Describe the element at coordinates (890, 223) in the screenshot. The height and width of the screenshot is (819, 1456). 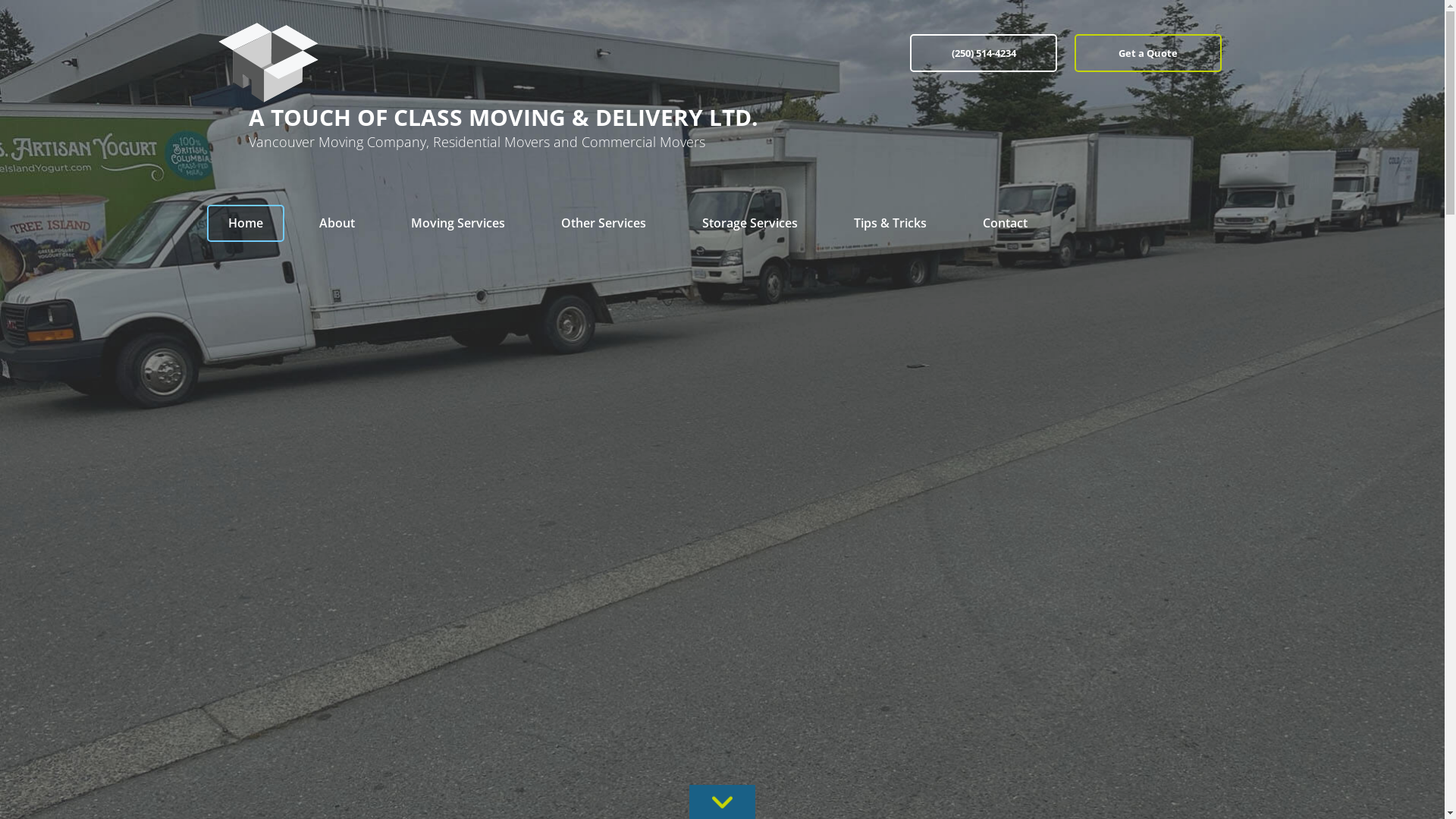
I see `'Tips & Tricks'` at that location.